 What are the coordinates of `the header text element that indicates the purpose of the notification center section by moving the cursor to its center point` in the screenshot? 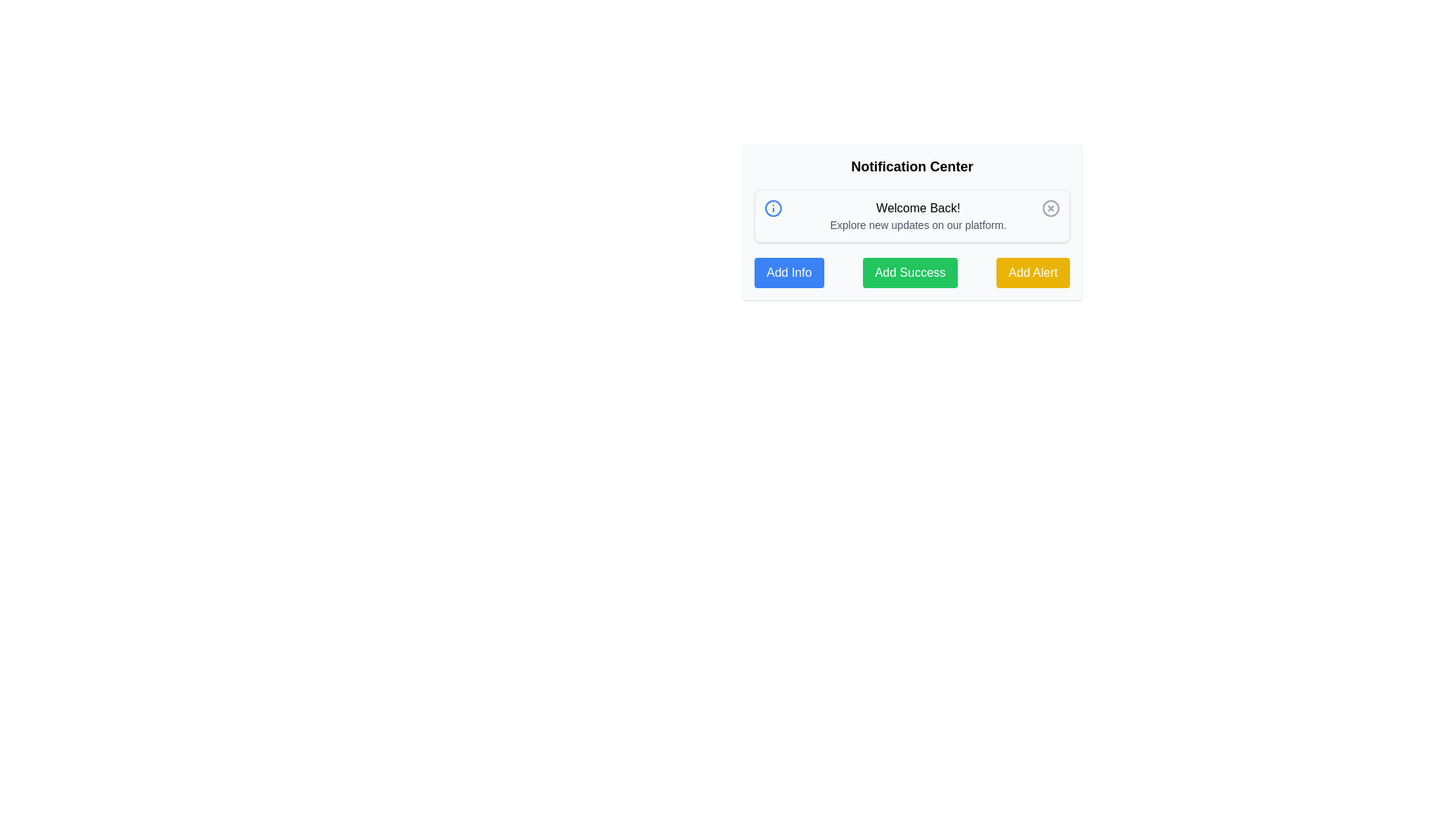 It's located at (912, 166).